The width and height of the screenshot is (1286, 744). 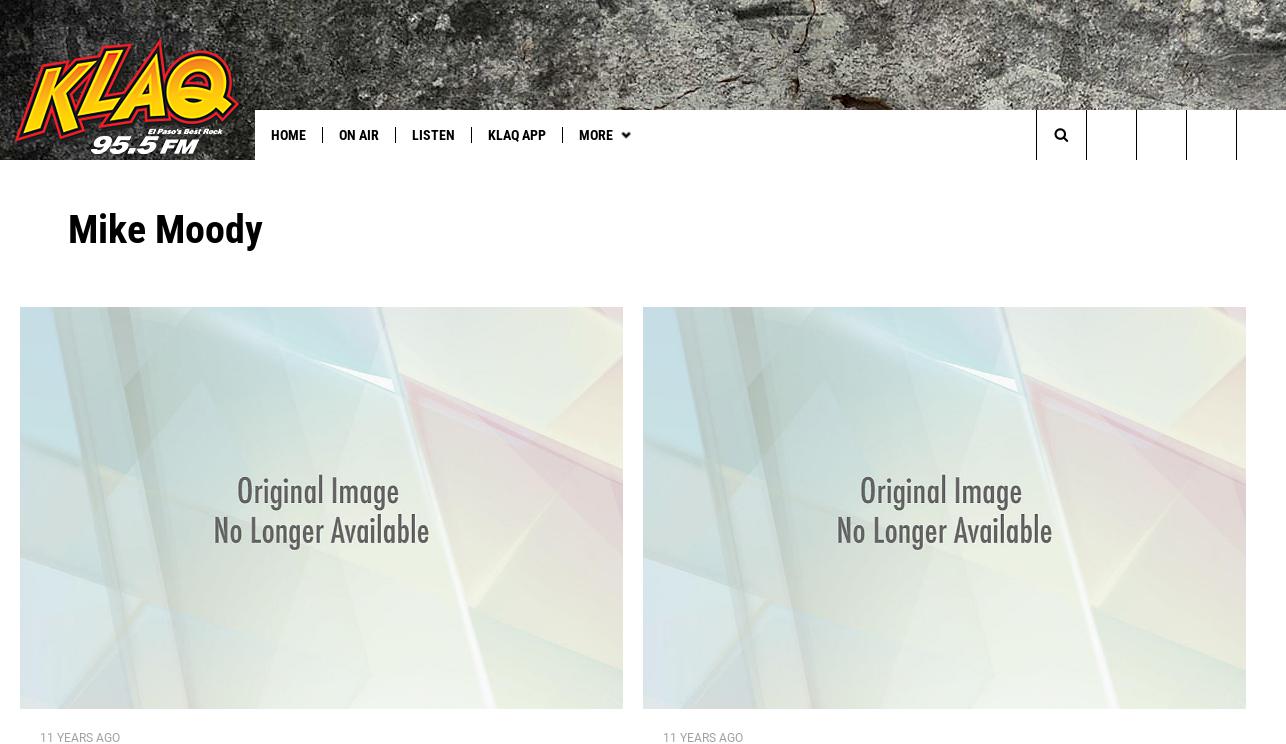 I want to click on 'More', so click(x=595, y=135).